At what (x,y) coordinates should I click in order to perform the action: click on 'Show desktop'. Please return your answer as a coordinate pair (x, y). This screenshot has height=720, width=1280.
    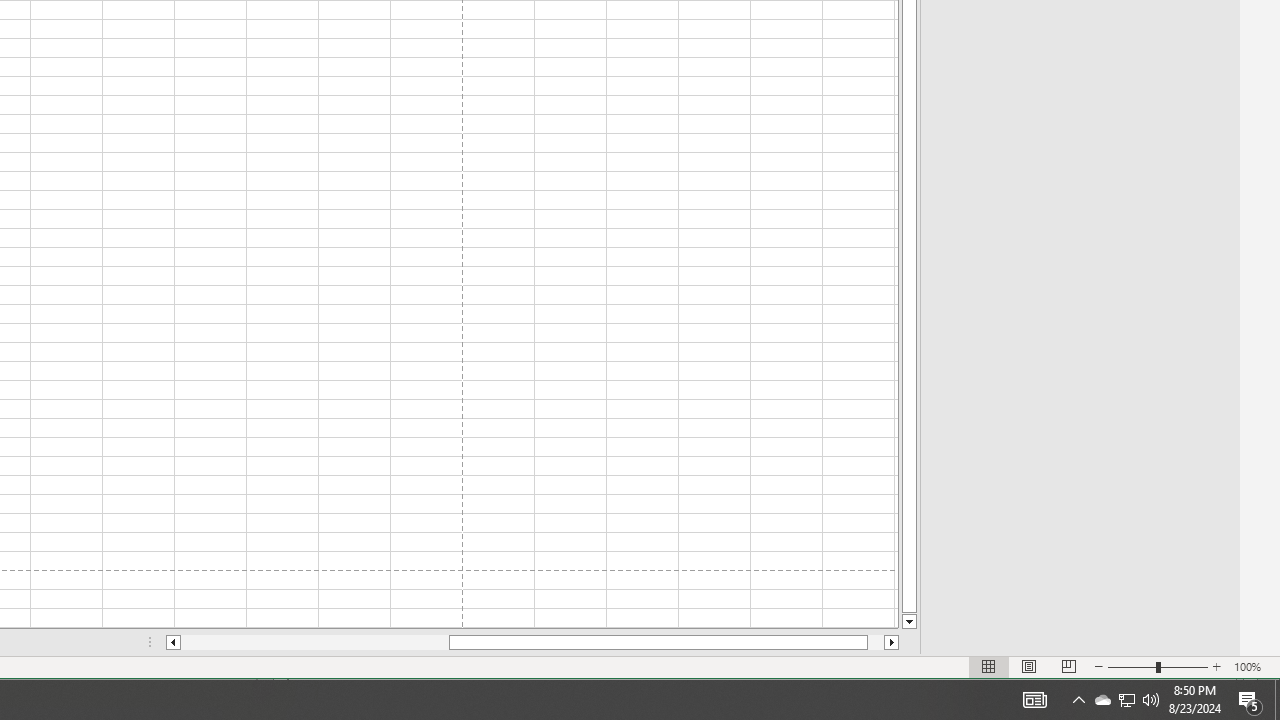
    Looking at the image, I should click on (1276, 698).